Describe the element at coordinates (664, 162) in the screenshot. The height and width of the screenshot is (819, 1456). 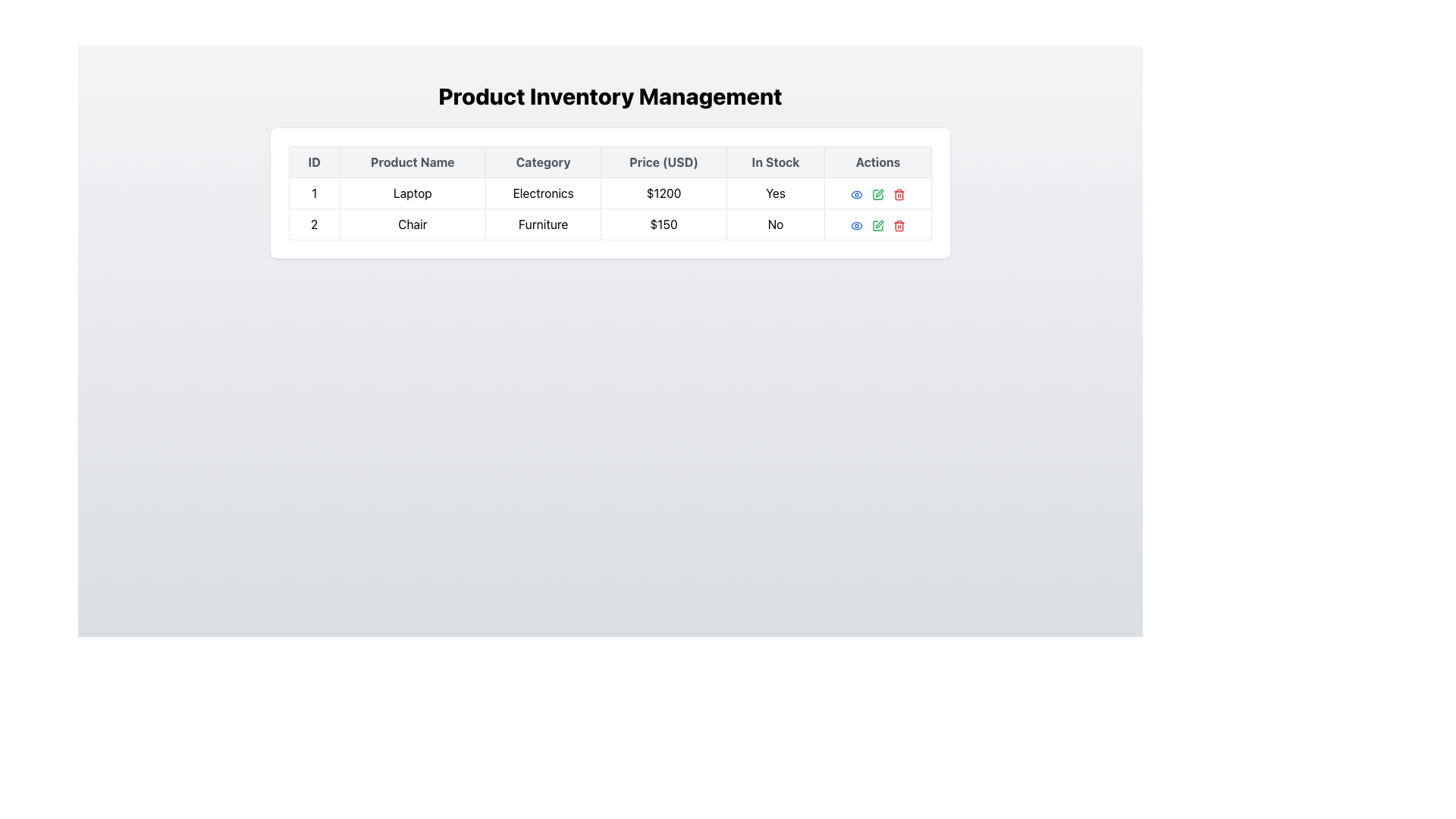
I see `the 'Price (USD)' column header in the table, which is the fourth header element, located between 'Category' and 'In Stock'` at that location.